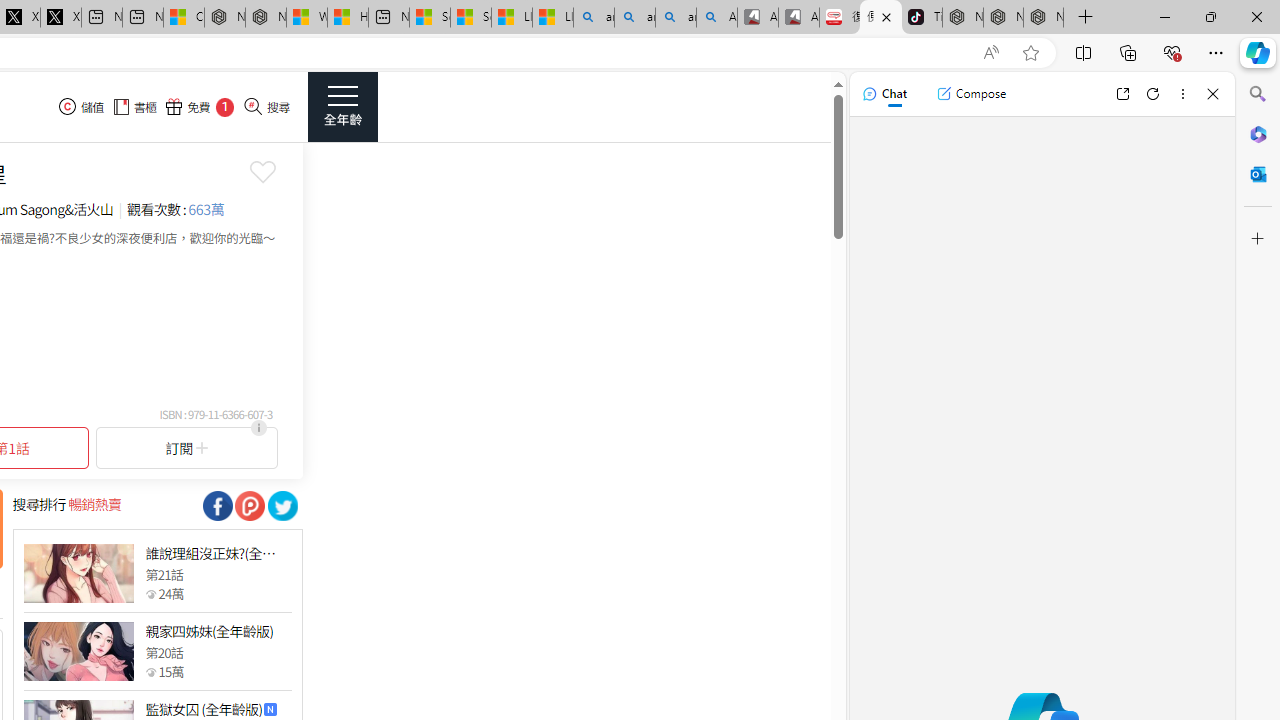 This screenshot has width=1280, height=720. Describe the element at coordinates (1209, 16) in the screenshot. I see `'Restore'` at that location.